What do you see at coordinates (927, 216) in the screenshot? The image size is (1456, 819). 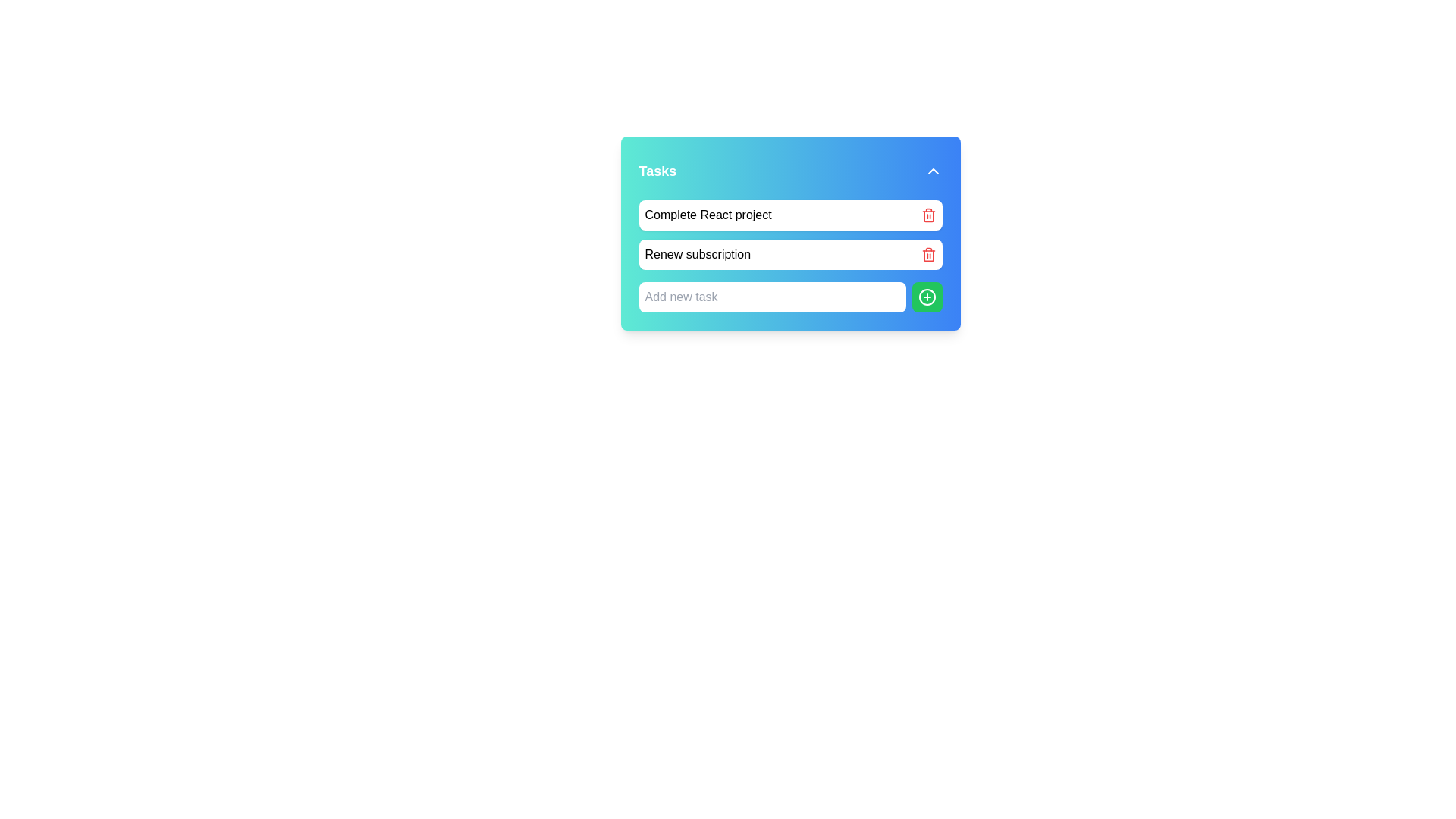 I see `the Trash bin outline icon, which serves as a visual cue for deleting items, located to the right of the input field labeled 'Complete React project'` at bounding box center [927, 216].